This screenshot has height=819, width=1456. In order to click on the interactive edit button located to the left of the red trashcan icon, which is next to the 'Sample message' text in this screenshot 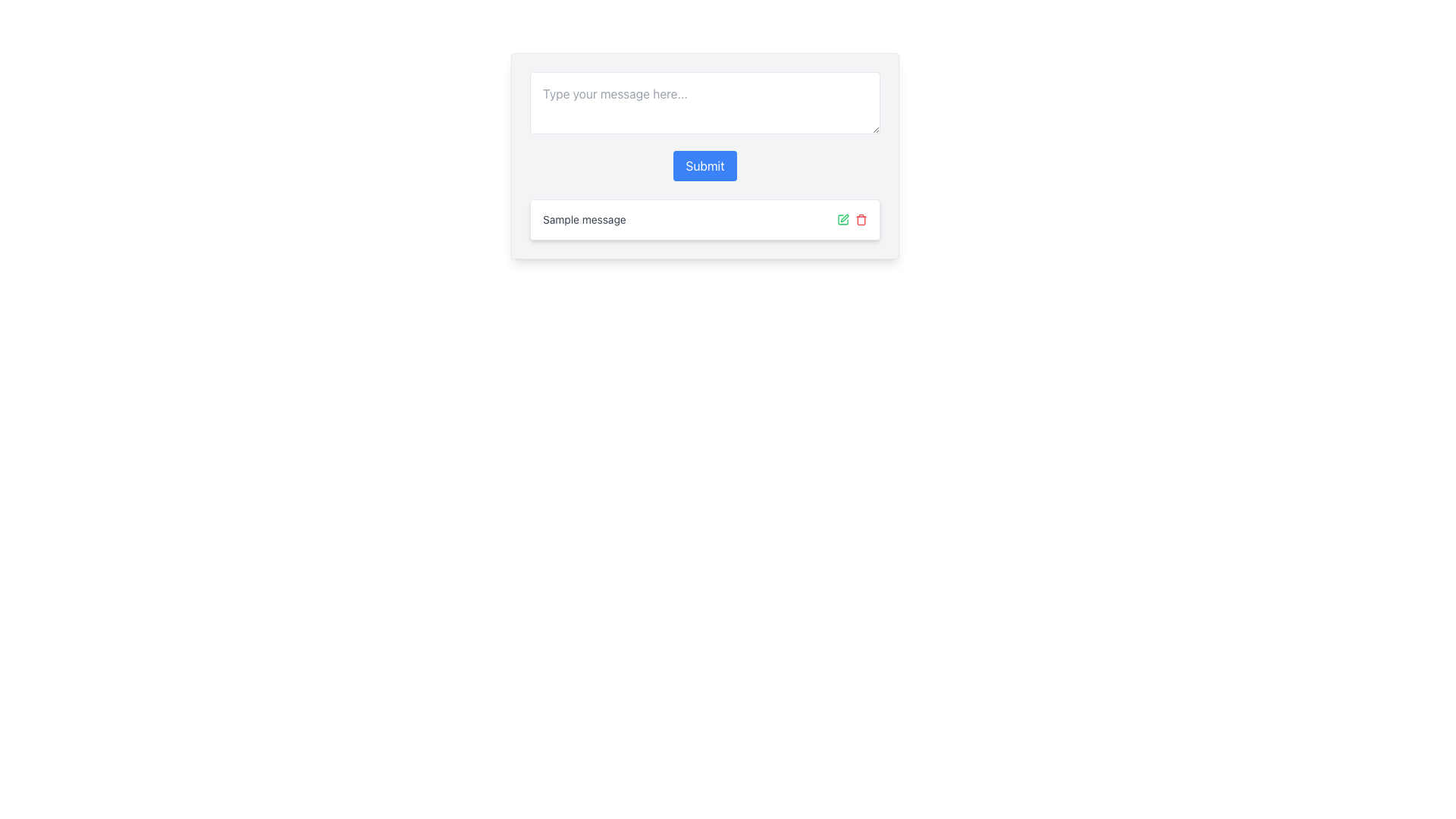, I will do `click(843, 219)`.